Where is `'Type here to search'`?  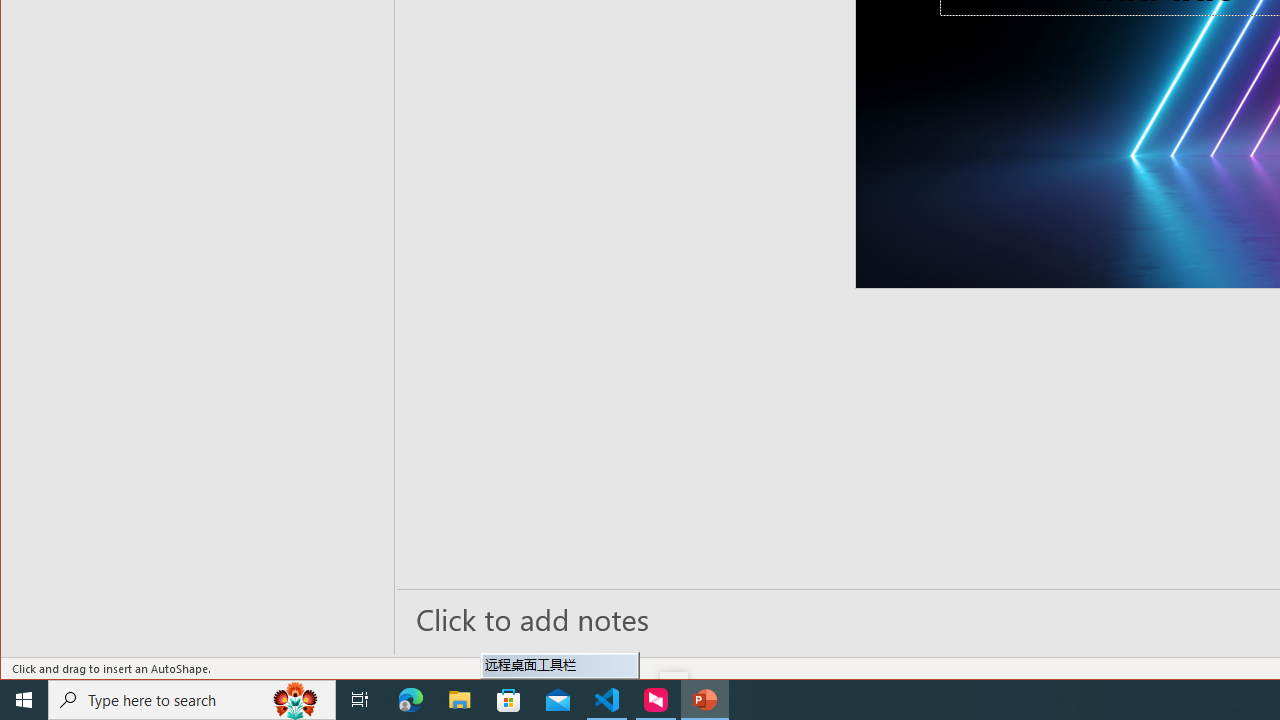 'Type here to search' is located at coordinates (192, 698).